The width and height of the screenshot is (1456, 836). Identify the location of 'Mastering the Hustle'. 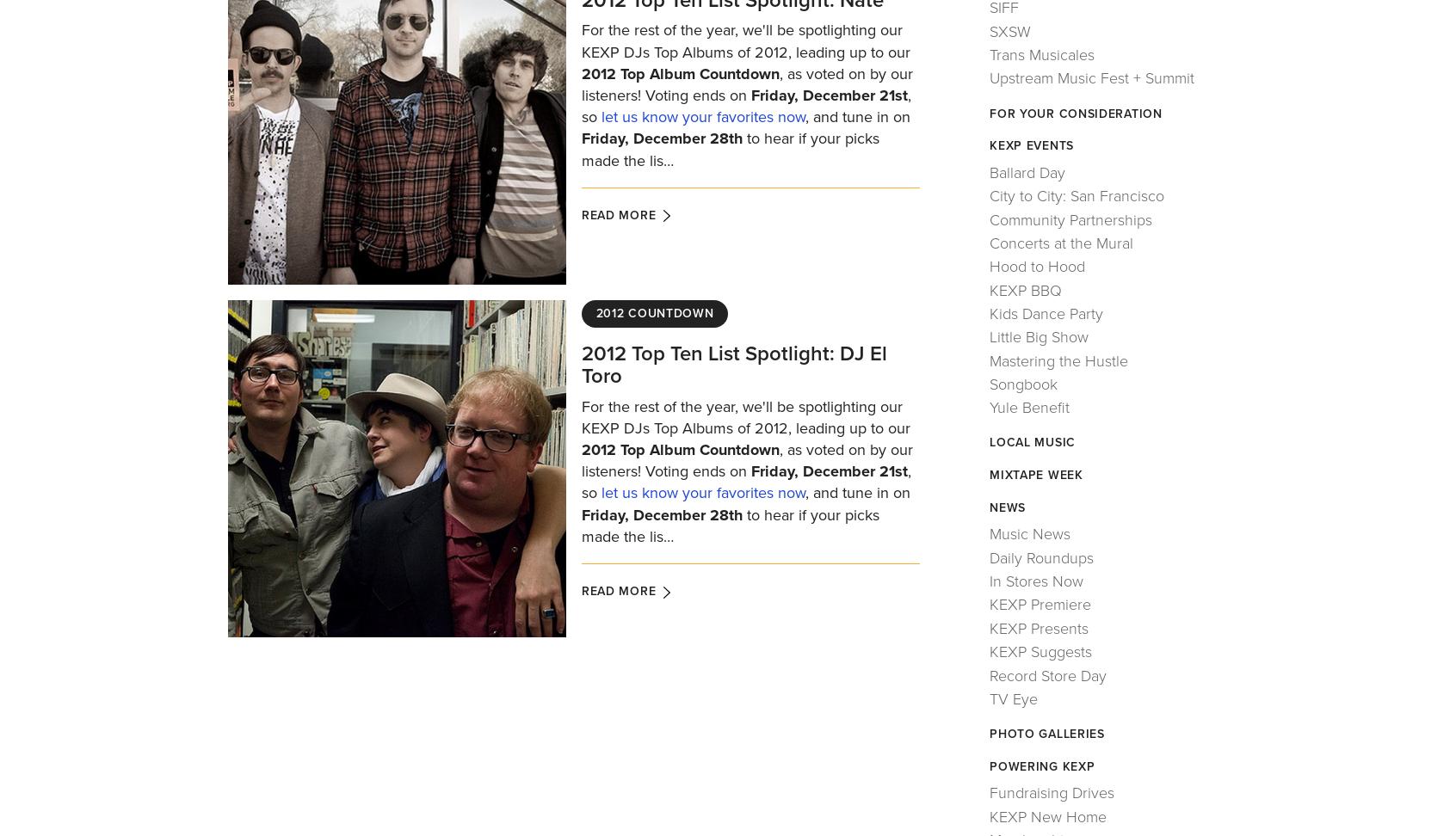
(1058, 360).